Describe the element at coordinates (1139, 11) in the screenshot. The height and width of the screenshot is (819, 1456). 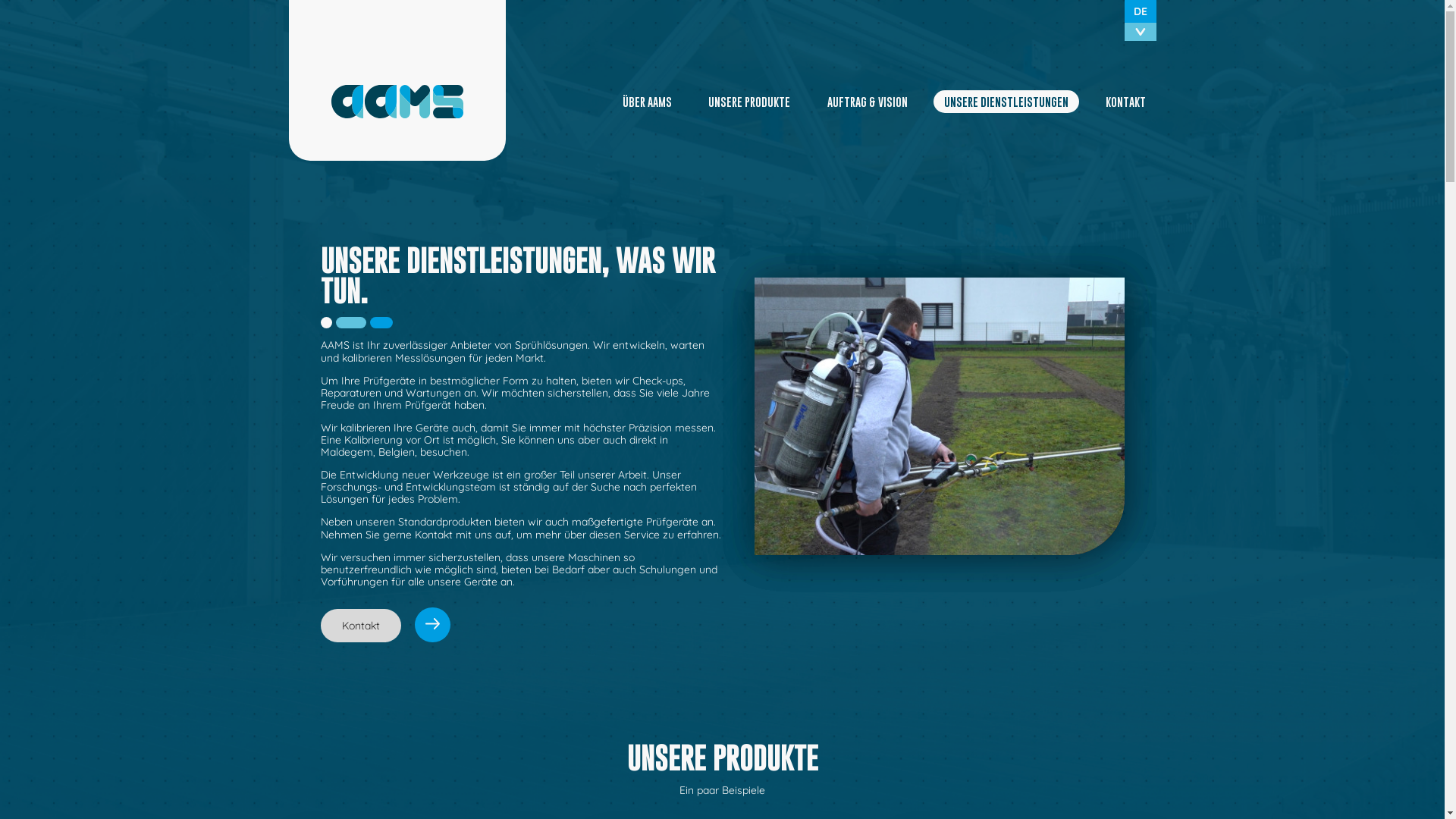
I see `'DE'` at that location.